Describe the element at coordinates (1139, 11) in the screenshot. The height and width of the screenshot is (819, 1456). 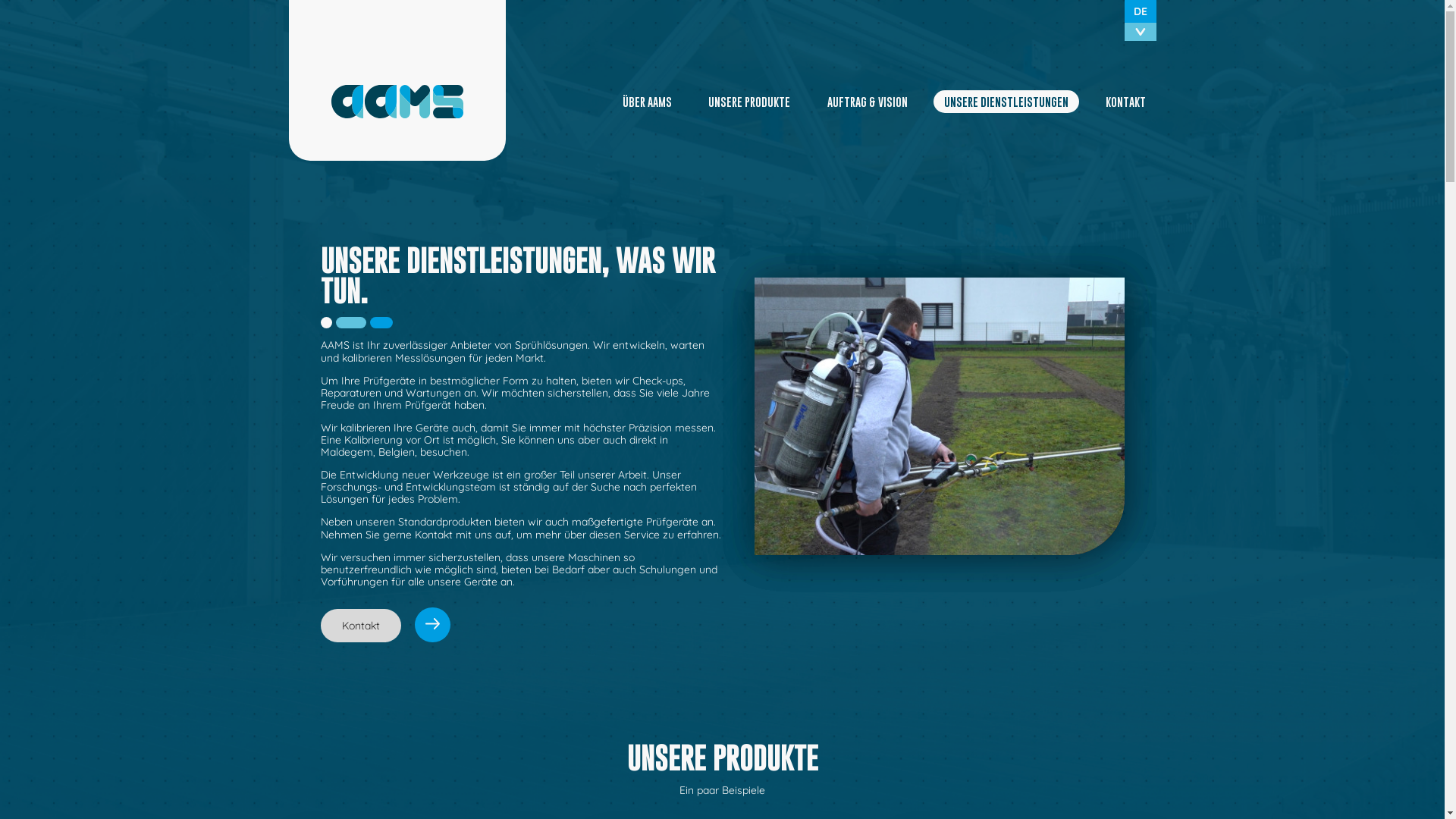
I see `'DE'` at that location.